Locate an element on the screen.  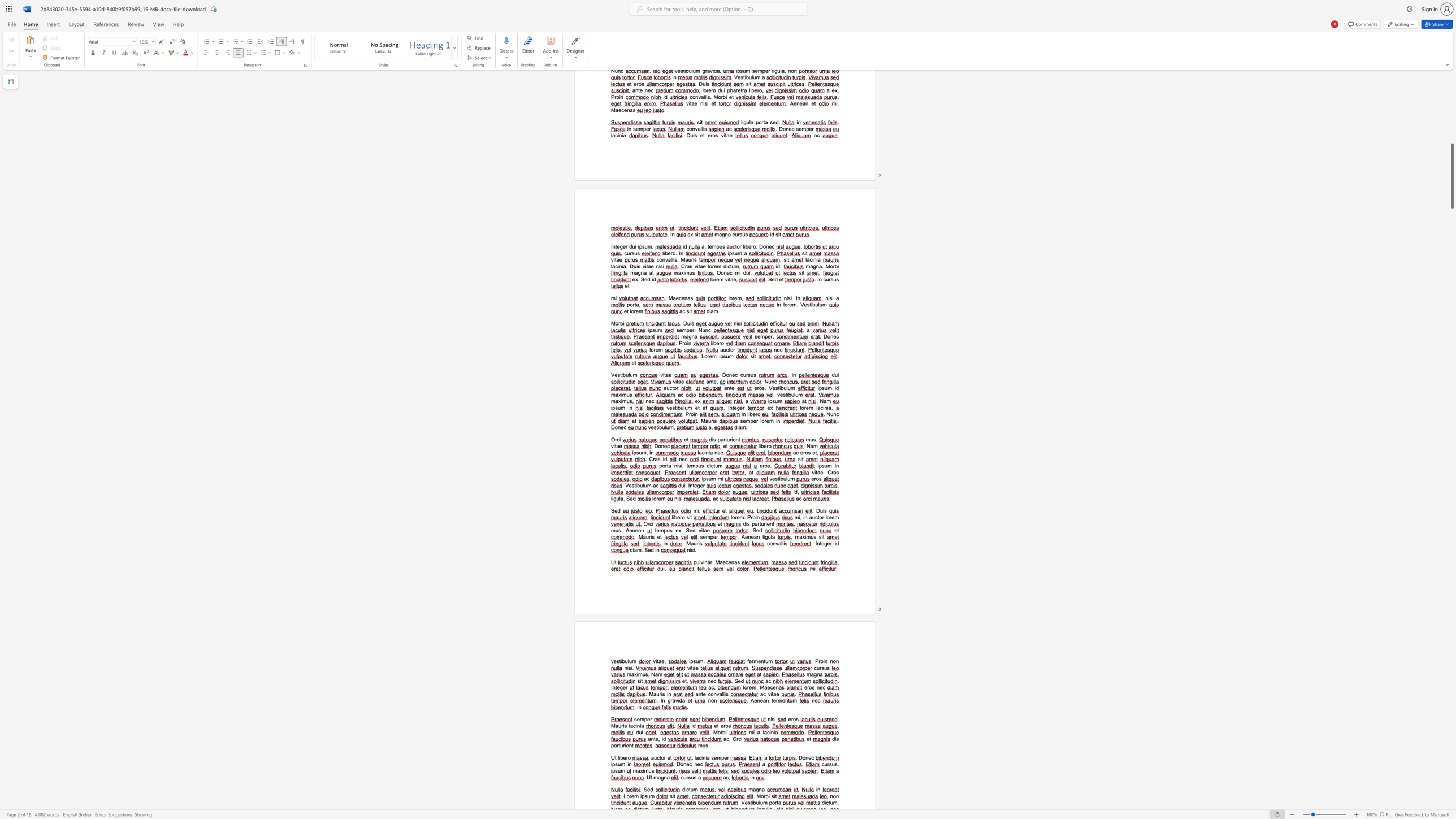
the 1th character "." in the text is located at coordinates (723, 453).